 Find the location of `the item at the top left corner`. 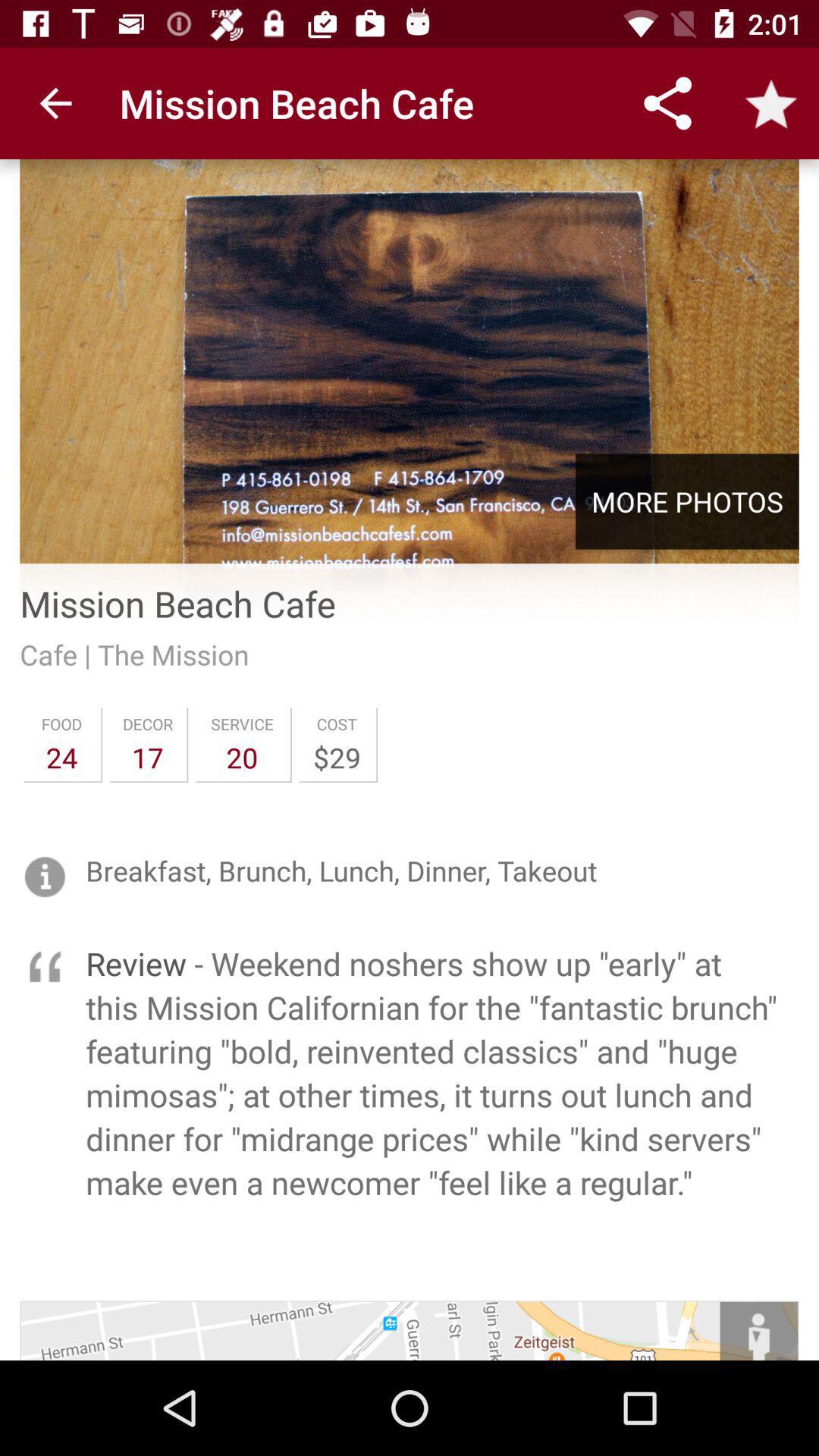

the item at the top left corner is located at coordinates (55, 102).